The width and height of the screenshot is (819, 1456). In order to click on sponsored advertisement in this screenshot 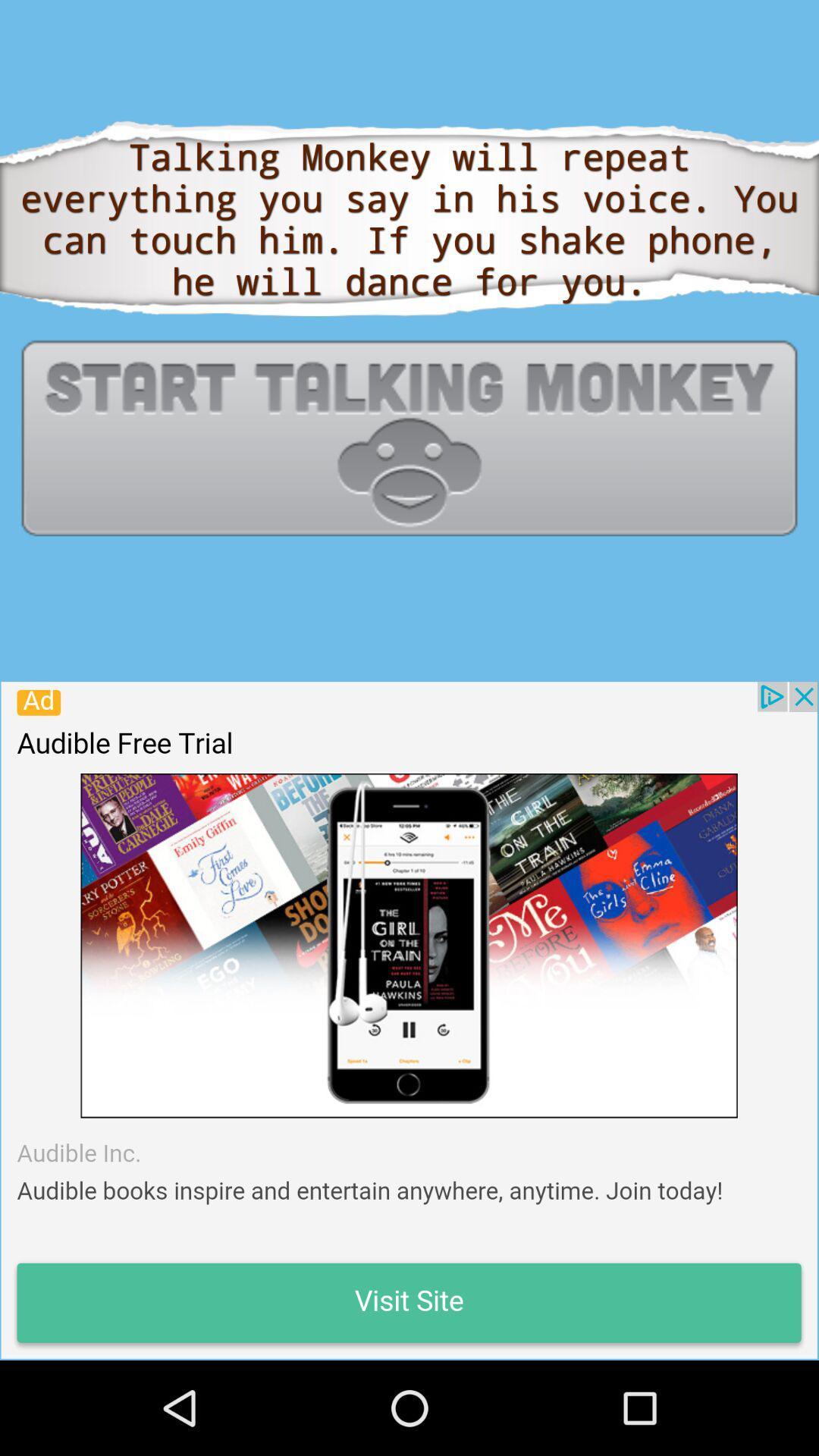, I will do `click(408, 1020)`.